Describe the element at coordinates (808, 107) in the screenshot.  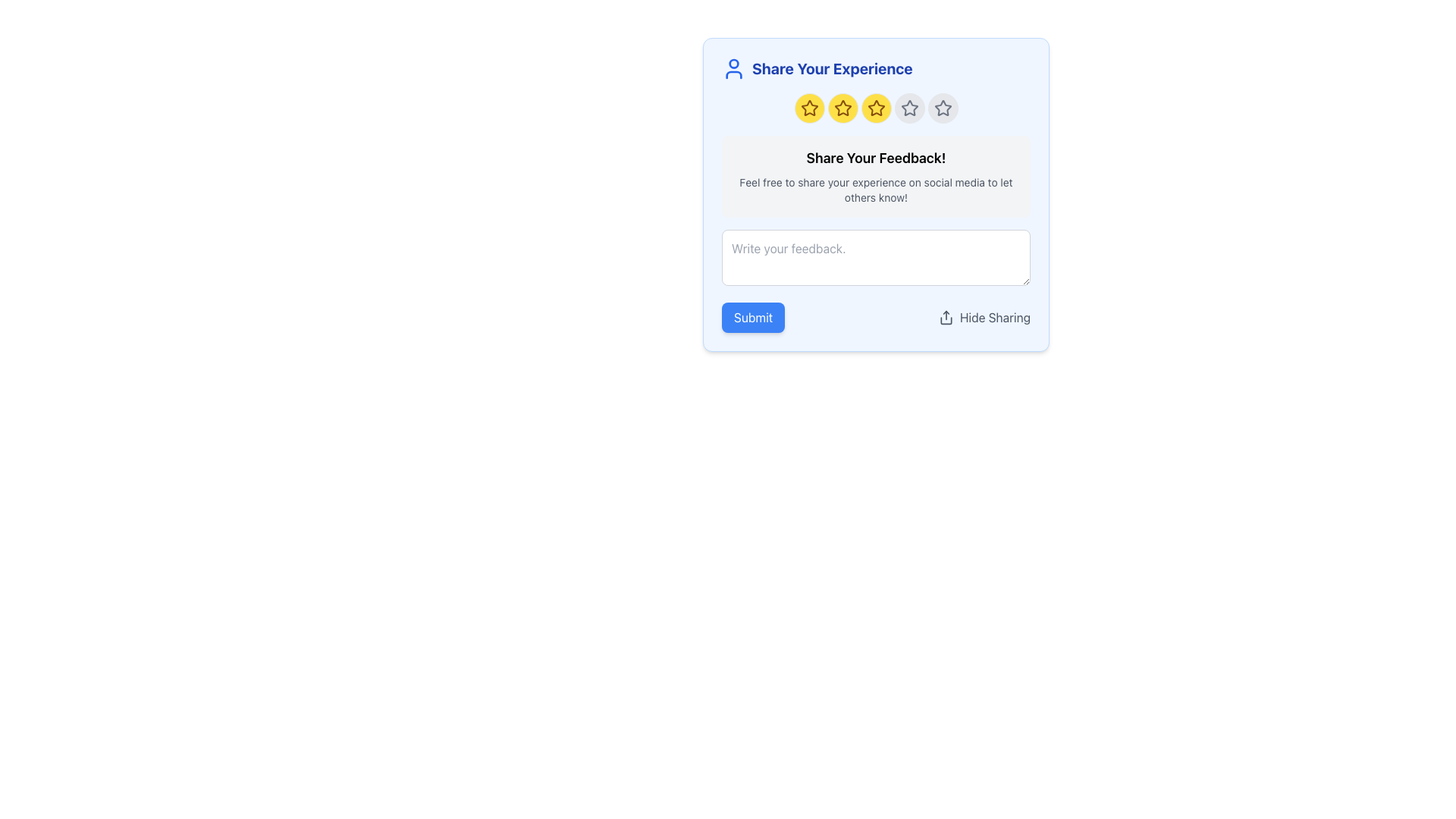
I see `the first yellow star icon in the rating section, which is positioned at the top center of the feedback area` at that location.